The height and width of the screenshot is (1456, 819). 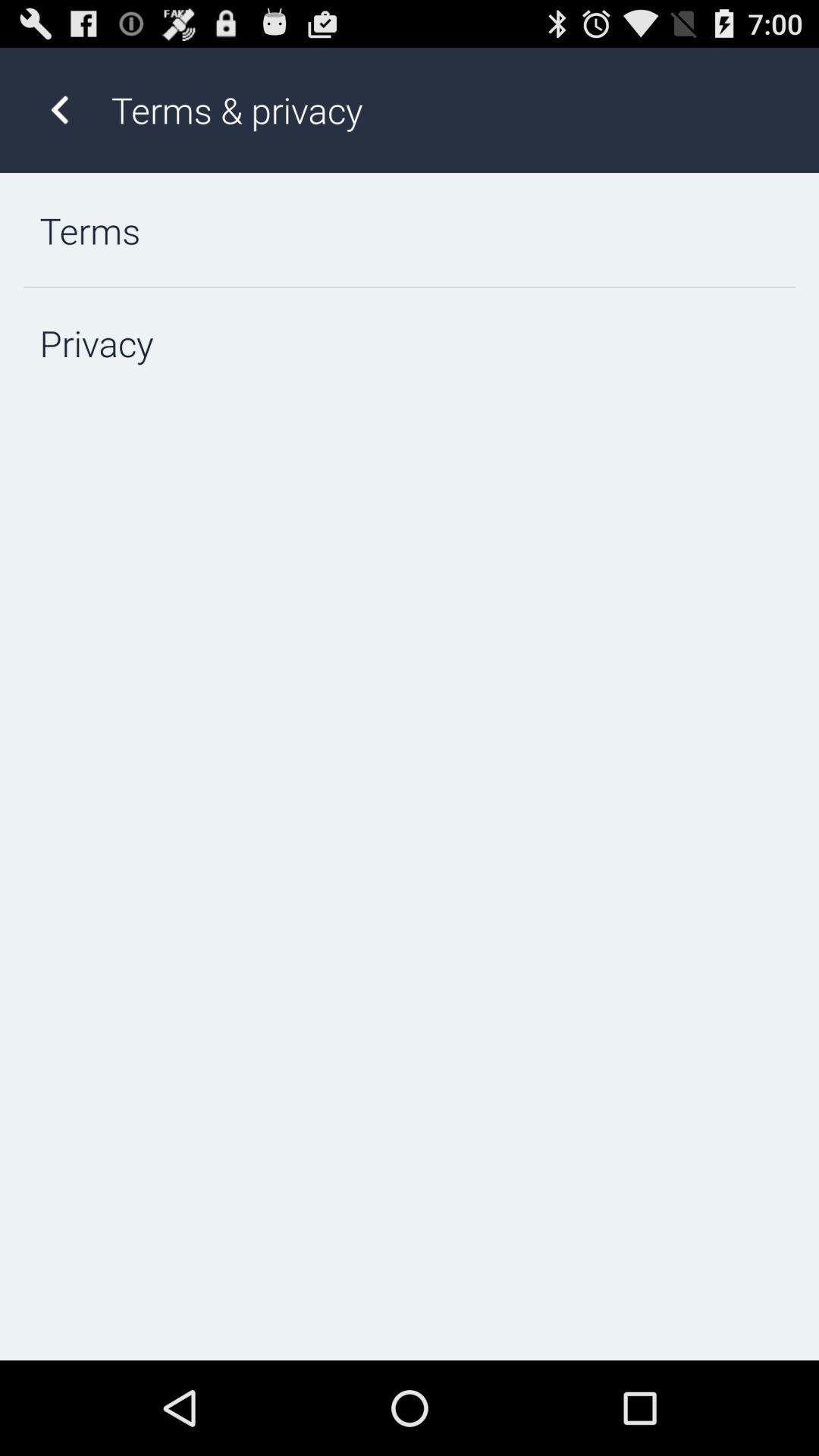 I want to click on the terms & privacy, so click(x=448, y=109).